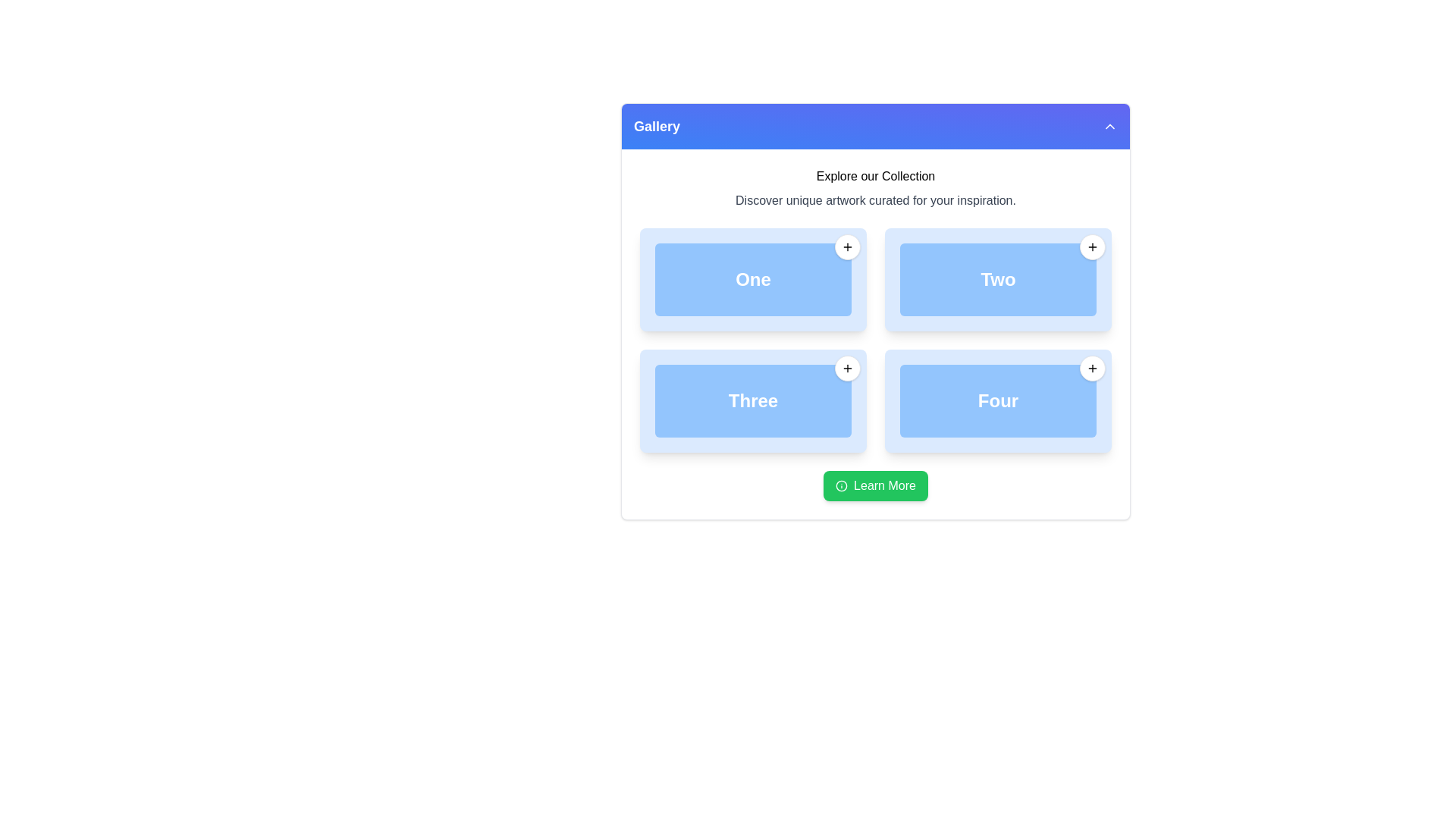 The width and height of the screenshot is (1456, 819). I want to click on the circular button with a black plus icon located at the top-right corner of the card labeled 'Two', so click(1092, 246).